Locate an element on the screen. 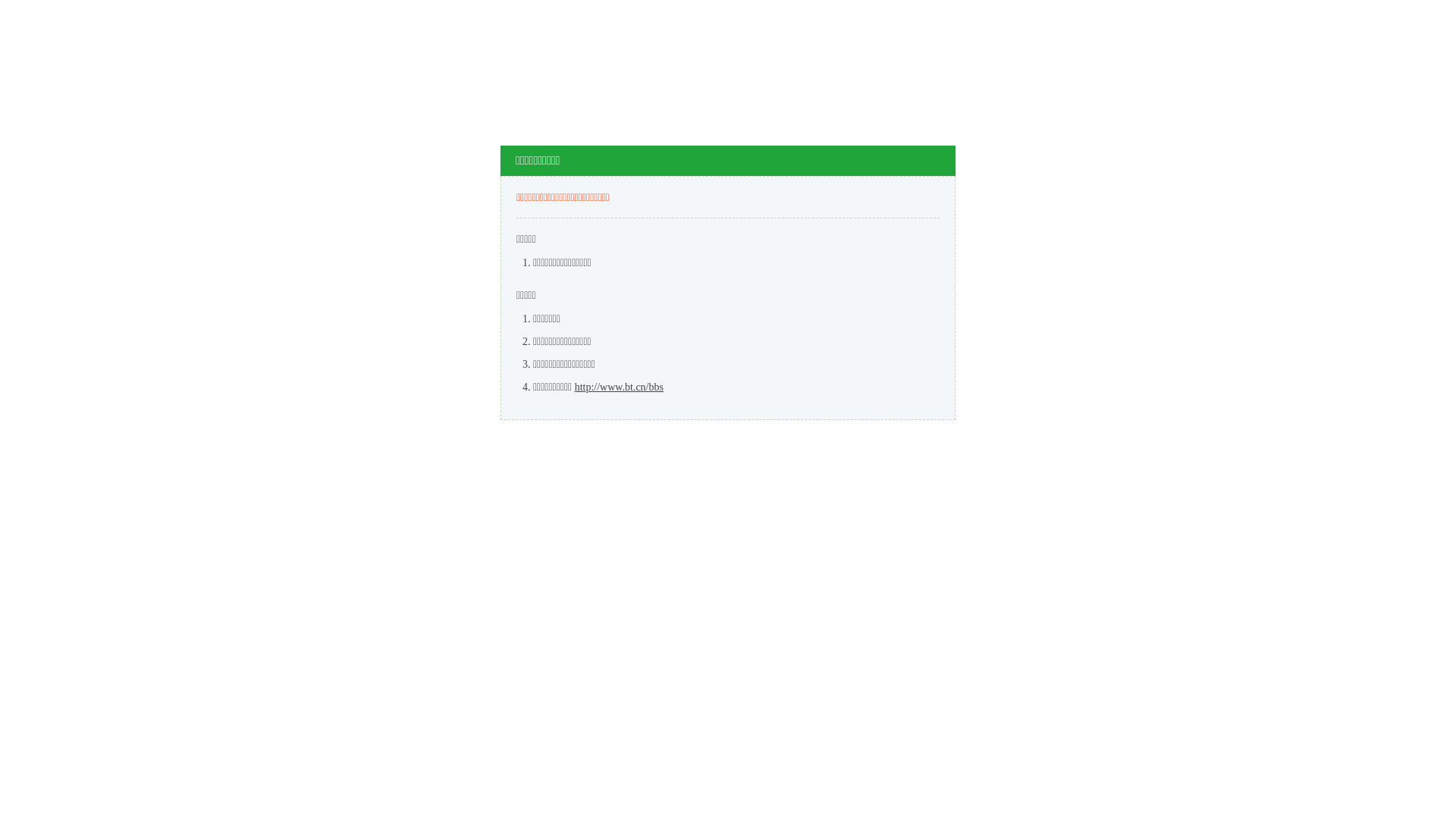 The image size is (1456, 819). 'http://www.bt.cn/bbs' is located at coordinates (619, 386).